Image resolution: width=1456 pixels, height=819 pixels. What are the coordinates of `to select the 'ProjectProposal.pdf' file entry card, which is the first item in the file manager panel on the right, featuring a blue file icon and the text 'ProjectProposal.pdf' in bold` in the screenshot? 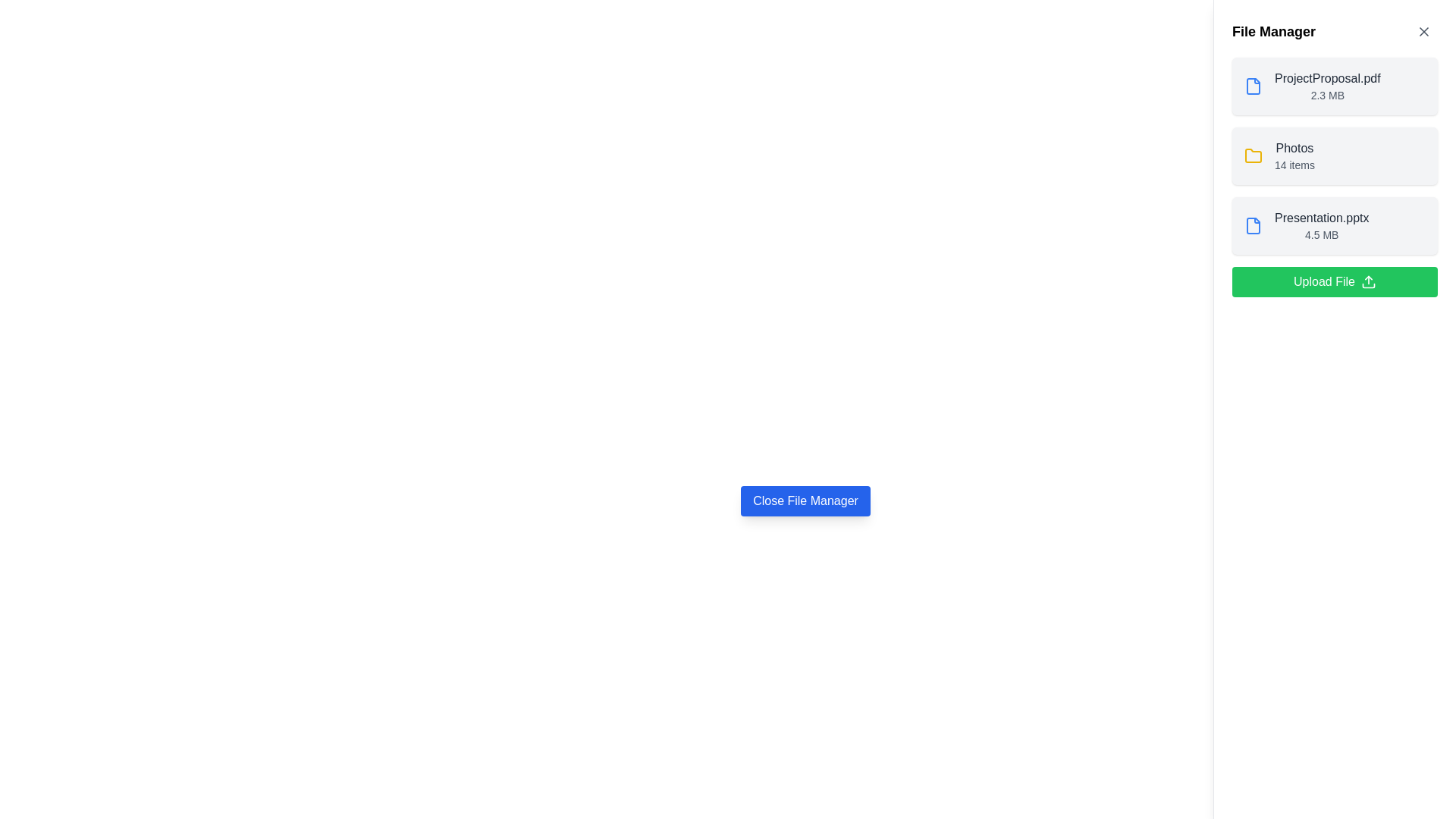 It's located at (1335, 86).